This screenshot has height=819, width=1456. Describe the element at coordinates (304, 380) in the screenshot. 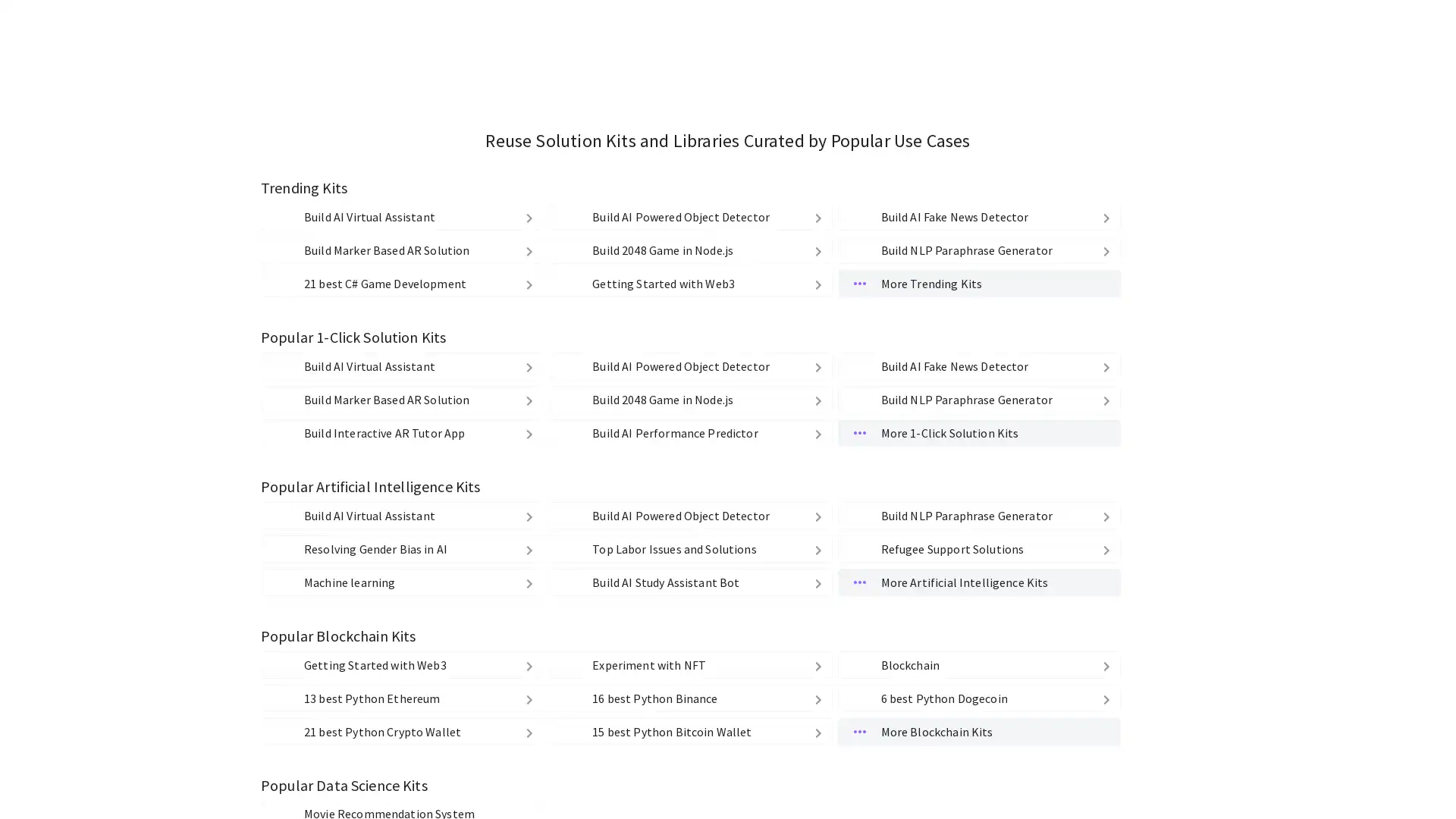

I see `PHP PHP` at that location.